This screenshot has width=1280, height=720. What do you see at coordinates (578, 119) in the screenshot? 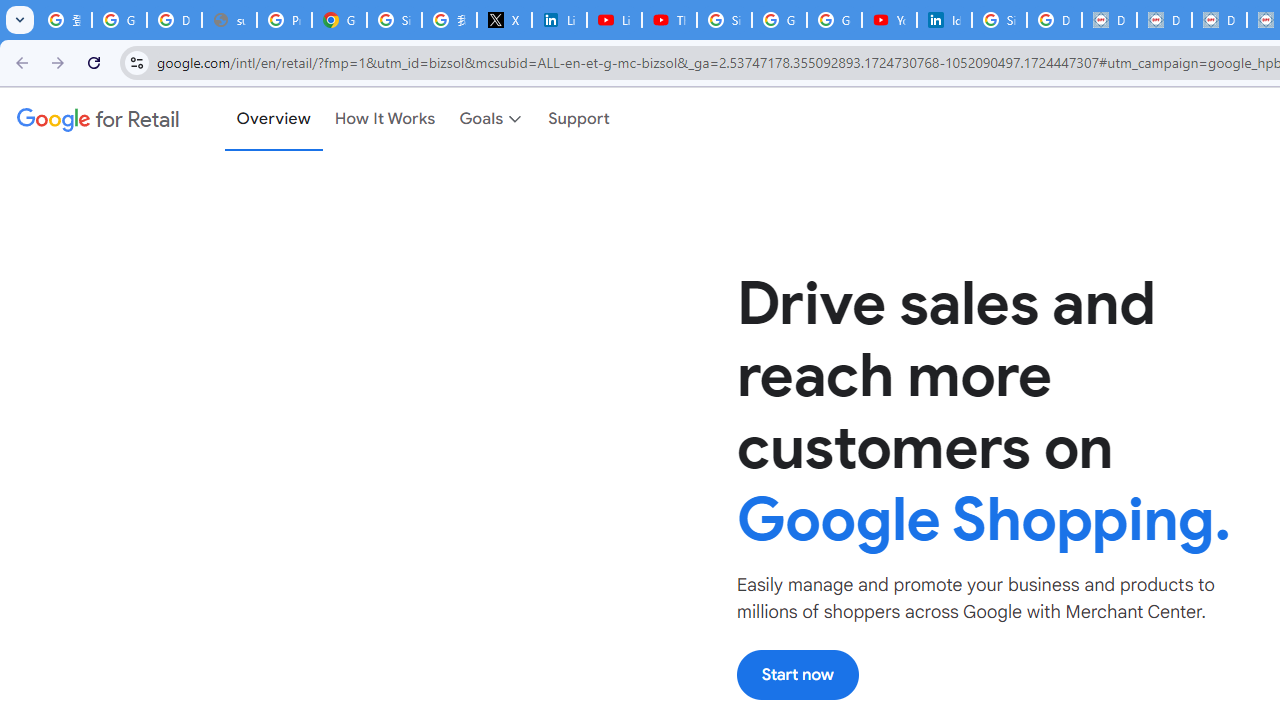
I see `'Support'` at bounding box center [578, 119].